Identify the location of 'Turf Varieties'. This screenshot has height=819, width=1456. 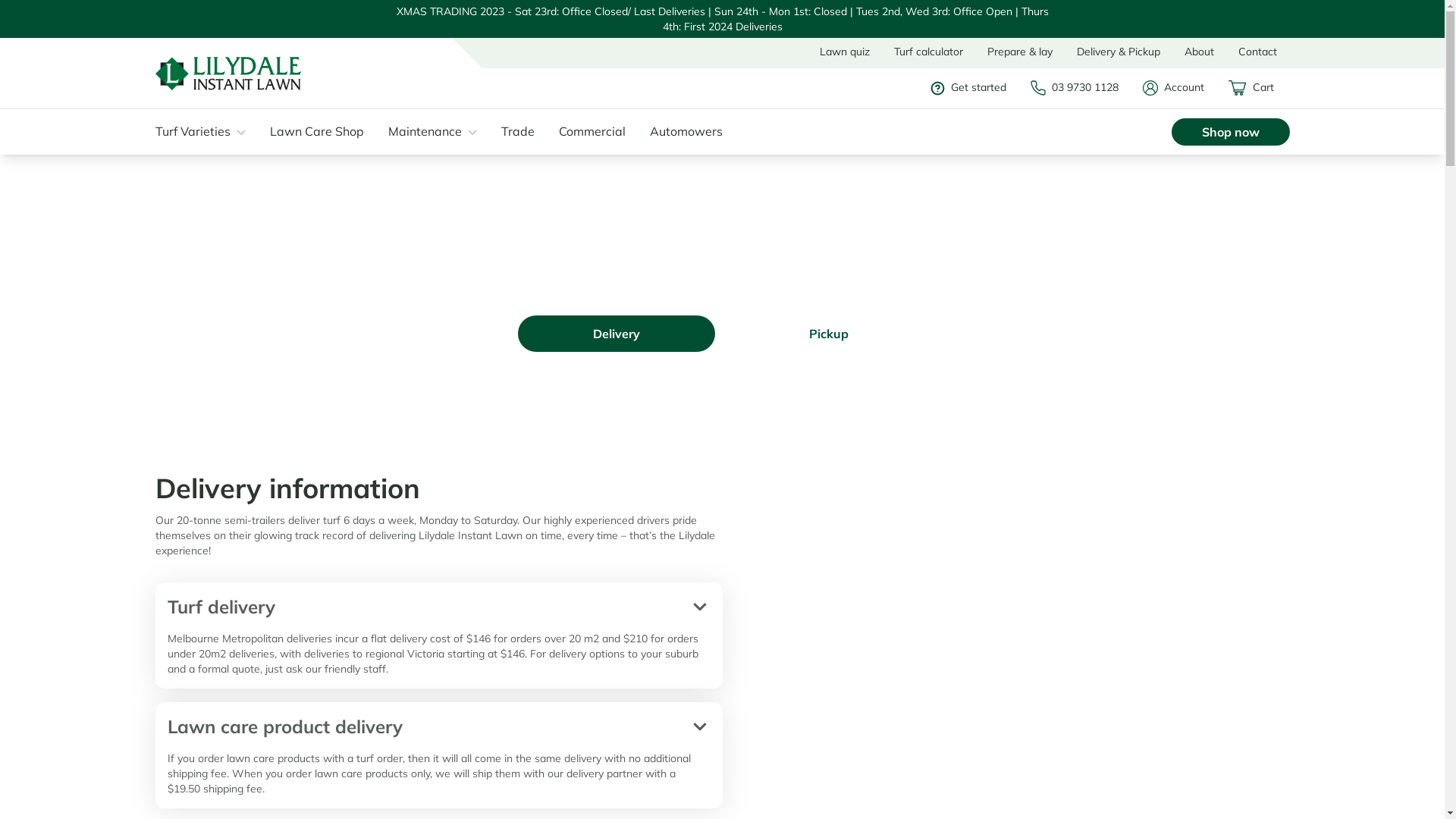
(154, 130).